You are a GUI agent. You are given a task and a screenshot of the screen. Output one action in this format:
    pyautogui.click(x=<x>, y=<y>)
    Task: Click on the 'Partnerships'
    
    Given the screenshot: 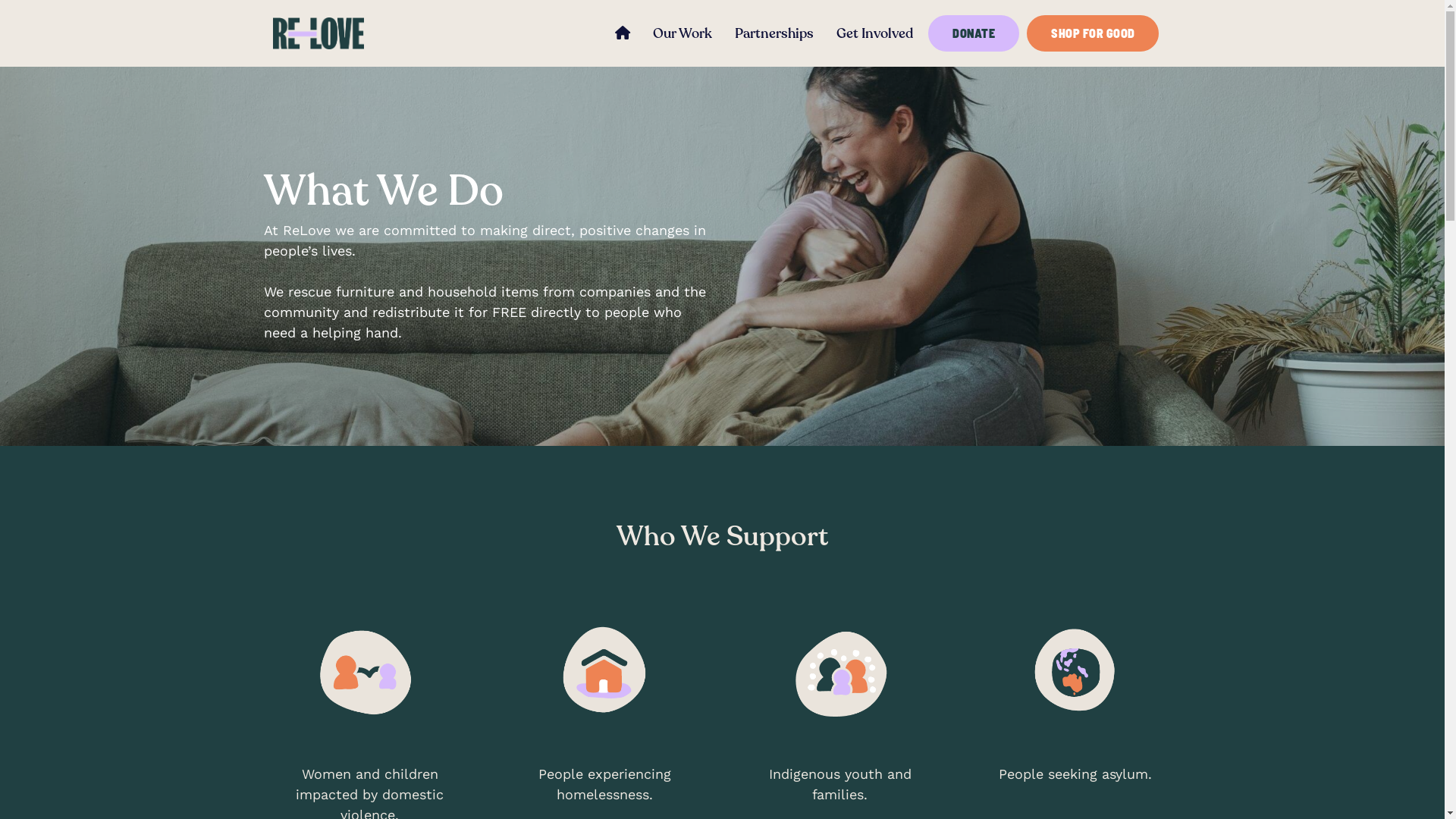 What is the action you would take?
    pyautogui.click(x=723, y=33)
    